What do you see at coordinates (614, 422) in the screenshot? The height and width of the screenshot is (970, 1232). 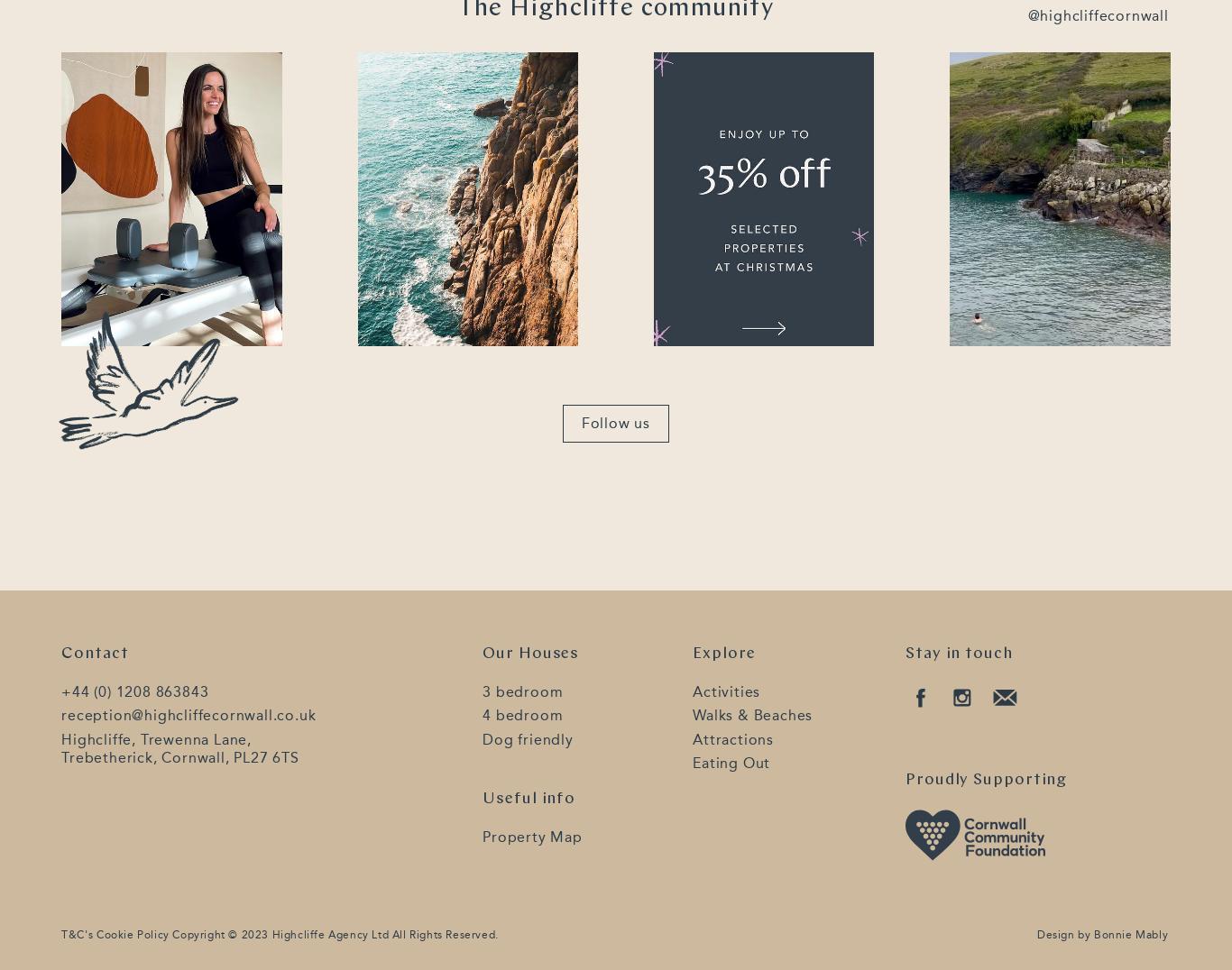 I see `'Follow us'` at bounding box center [614, 422].